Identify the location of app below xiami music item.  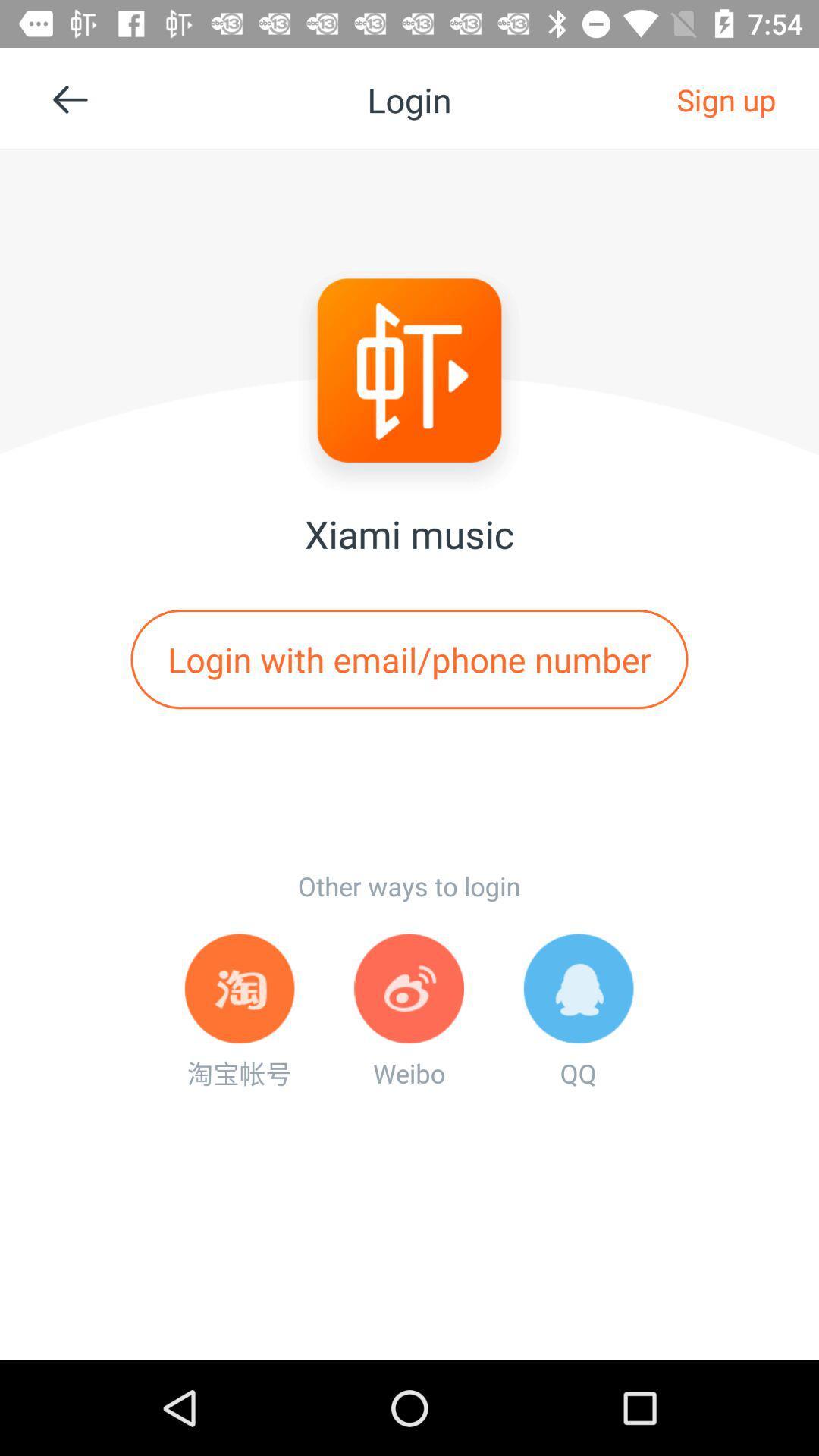
(409, 659).